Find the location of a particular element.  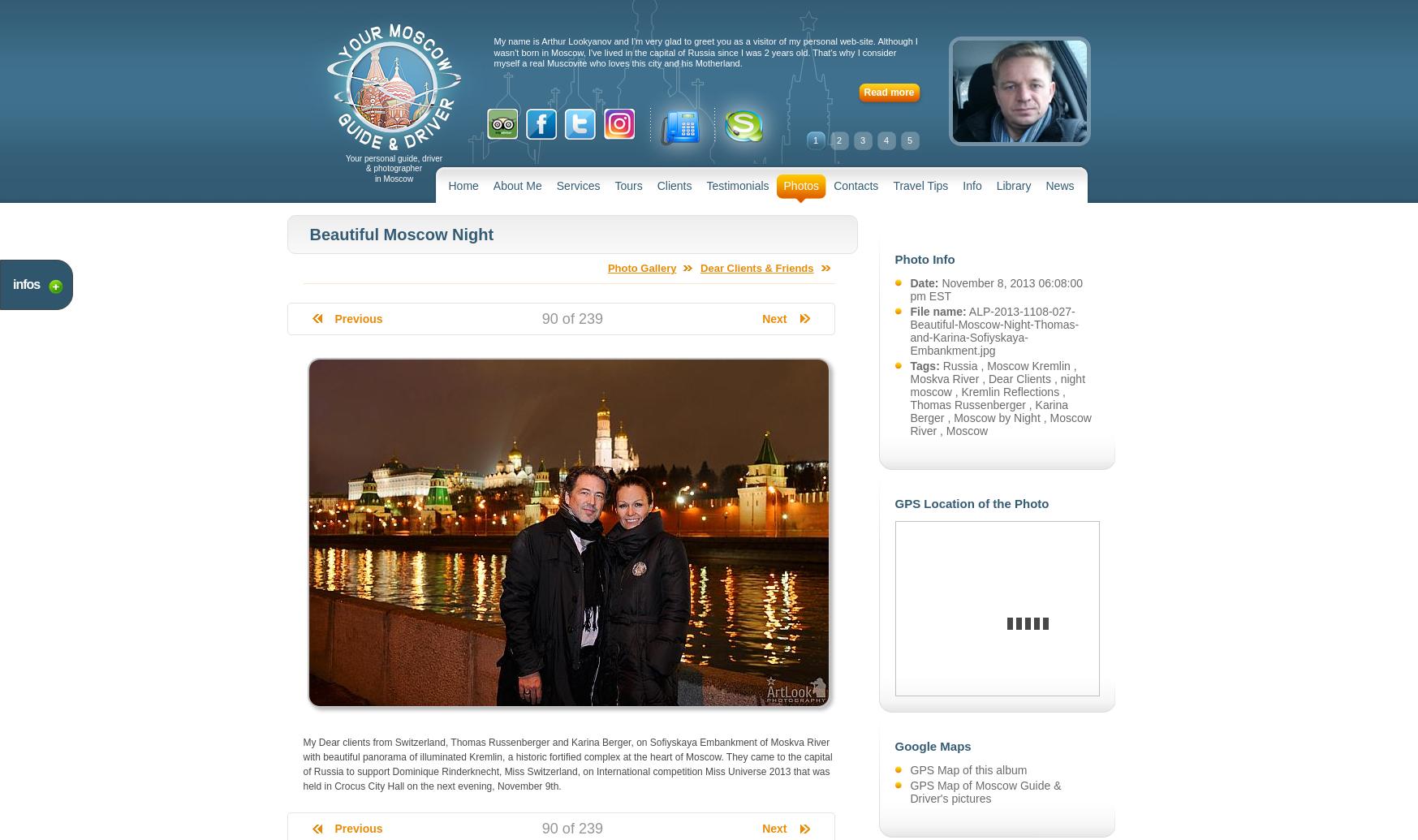

'Read more' is located at coordinates (889, 92).